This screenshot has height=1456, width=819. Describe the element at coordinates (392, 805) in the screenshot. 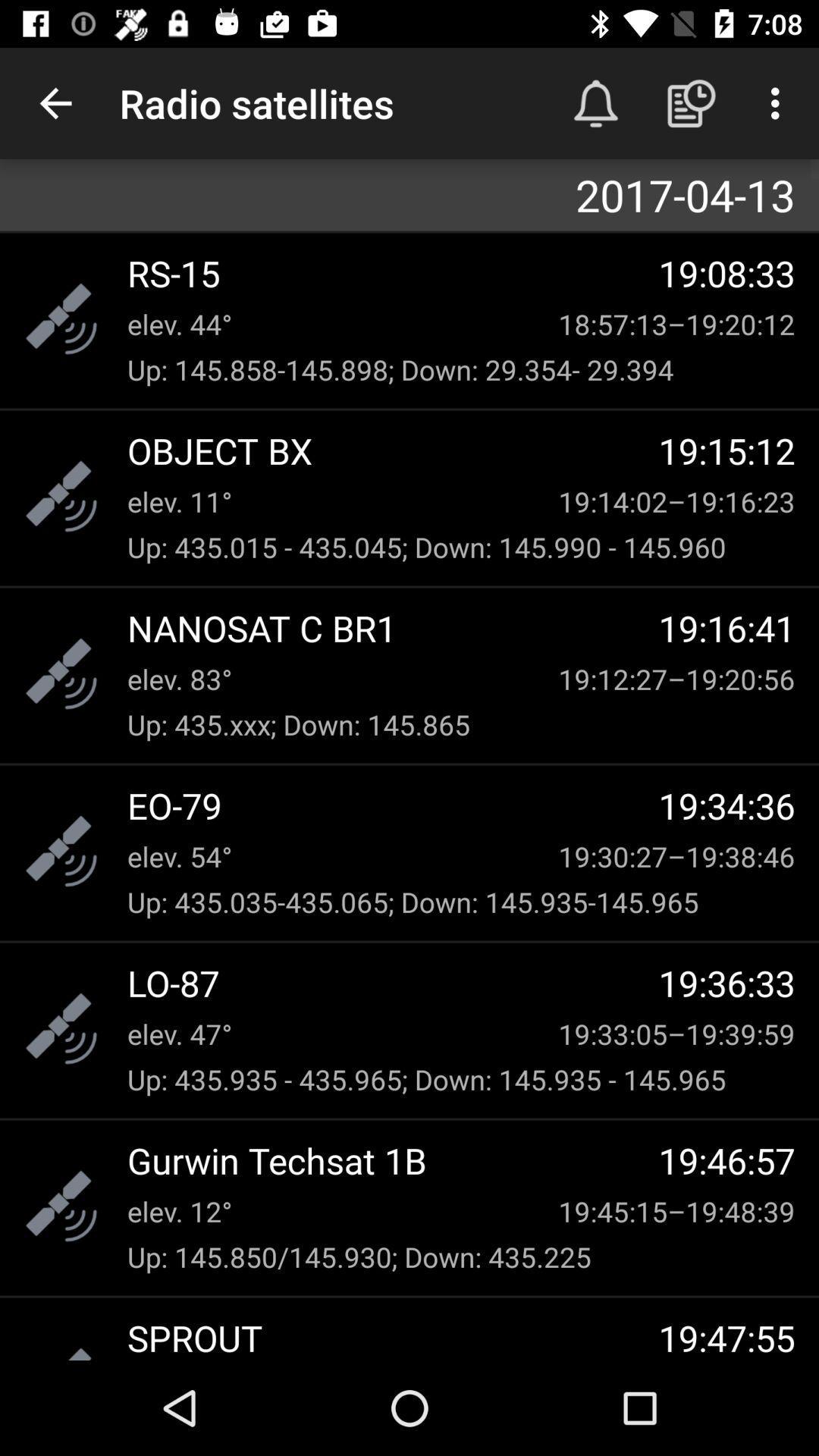

I see `the item to the left of the 19:34:36 item` at that location.